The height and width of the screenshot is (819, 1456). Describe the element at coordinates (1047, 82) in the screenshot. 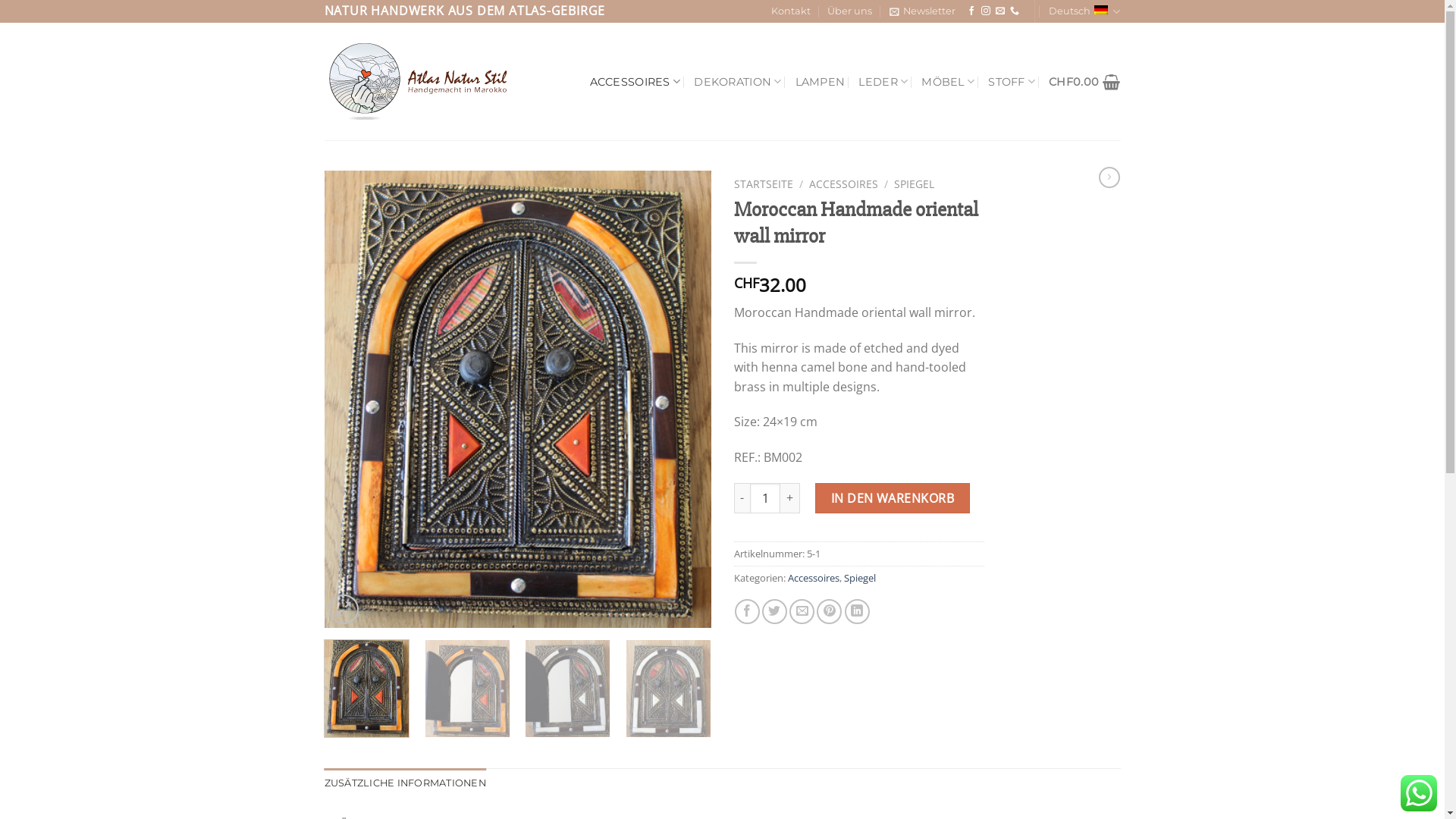

I see `'CHF0.00'` at that location.